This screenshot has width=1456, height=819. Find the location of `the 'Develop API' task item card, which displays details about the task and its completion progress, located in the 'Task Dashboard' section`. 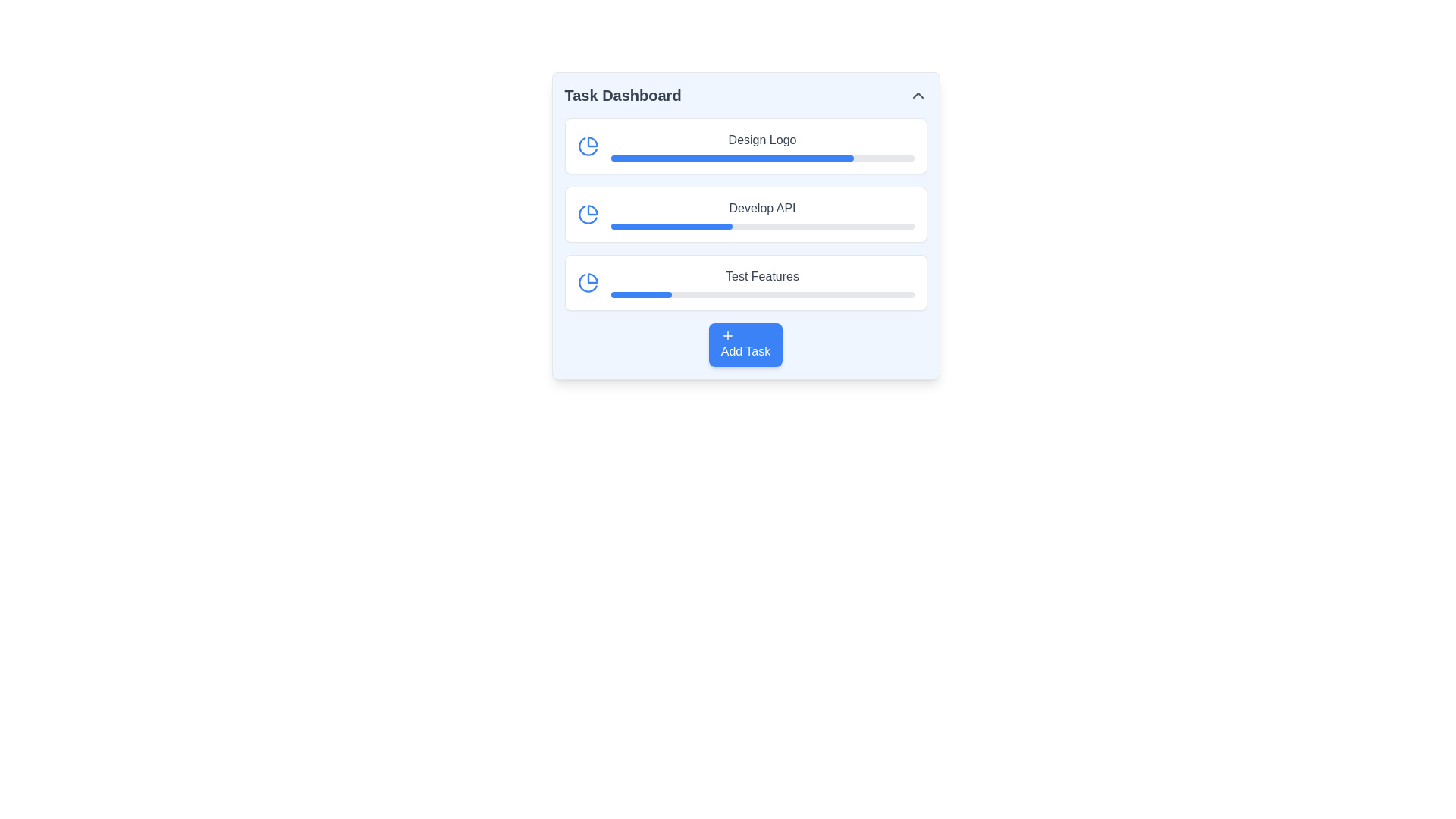

the 'Develop API' task item card, which displays details about the task and its completion progress, located in the 'Task Dashboard' section is located at coordinates (745, 214).